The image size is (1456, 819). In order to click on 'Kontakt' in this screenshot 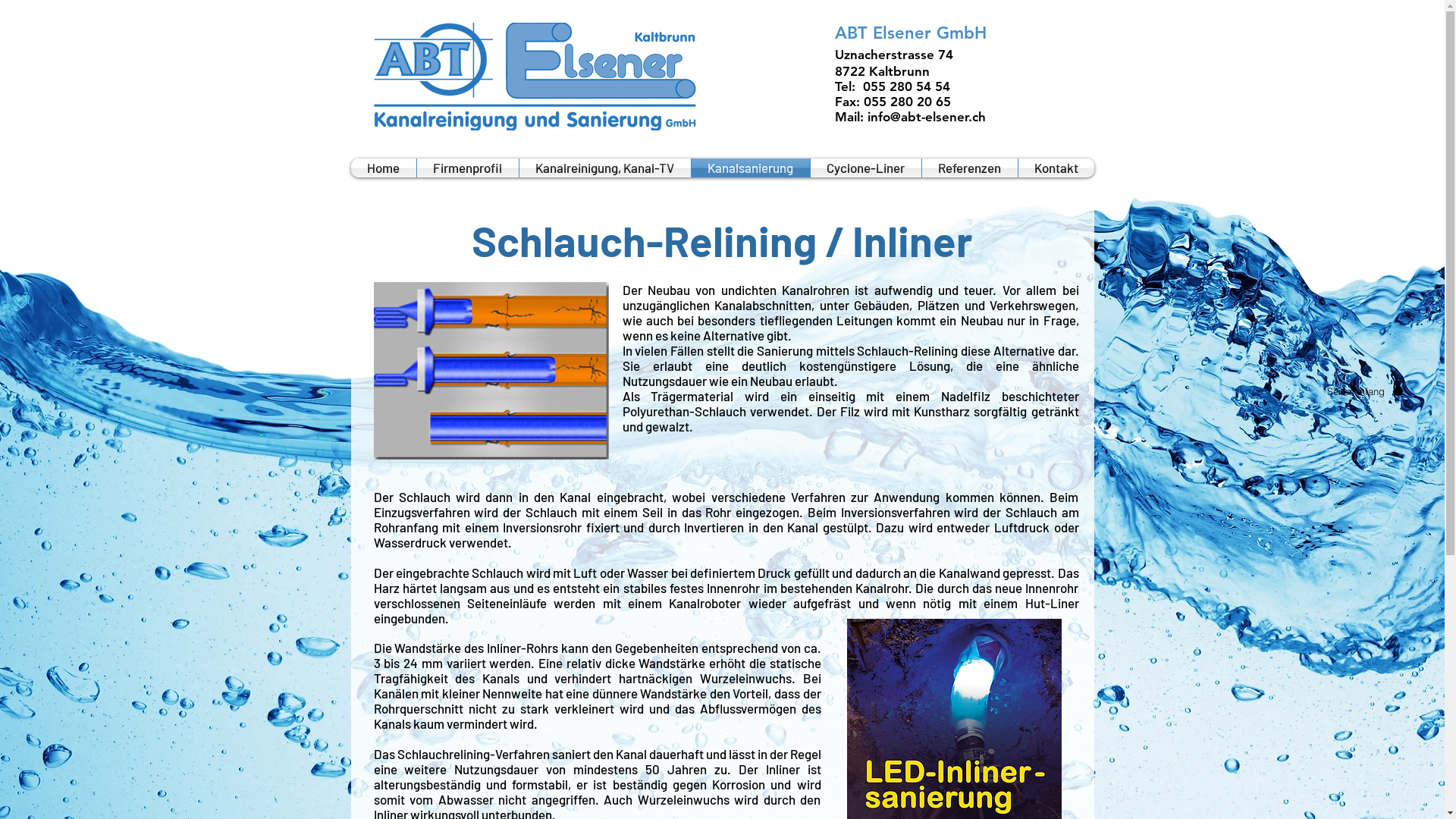, I will do `click(1055, 168)`.